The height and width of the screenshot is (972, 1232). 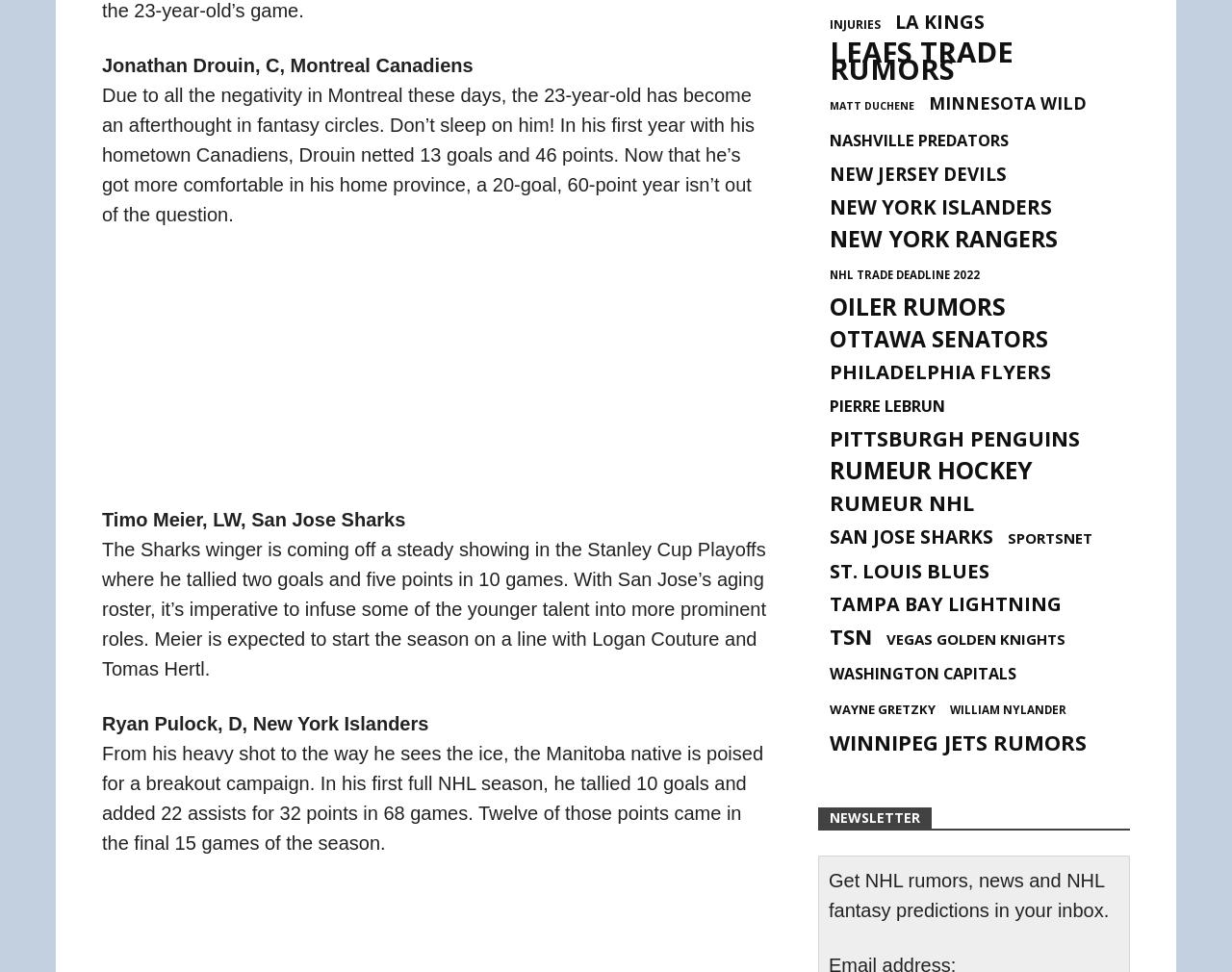 What do you see at coordinates (921, 673) in the screenshot?
I see `'Washington Capitals'` at bounding box center [921, 673].